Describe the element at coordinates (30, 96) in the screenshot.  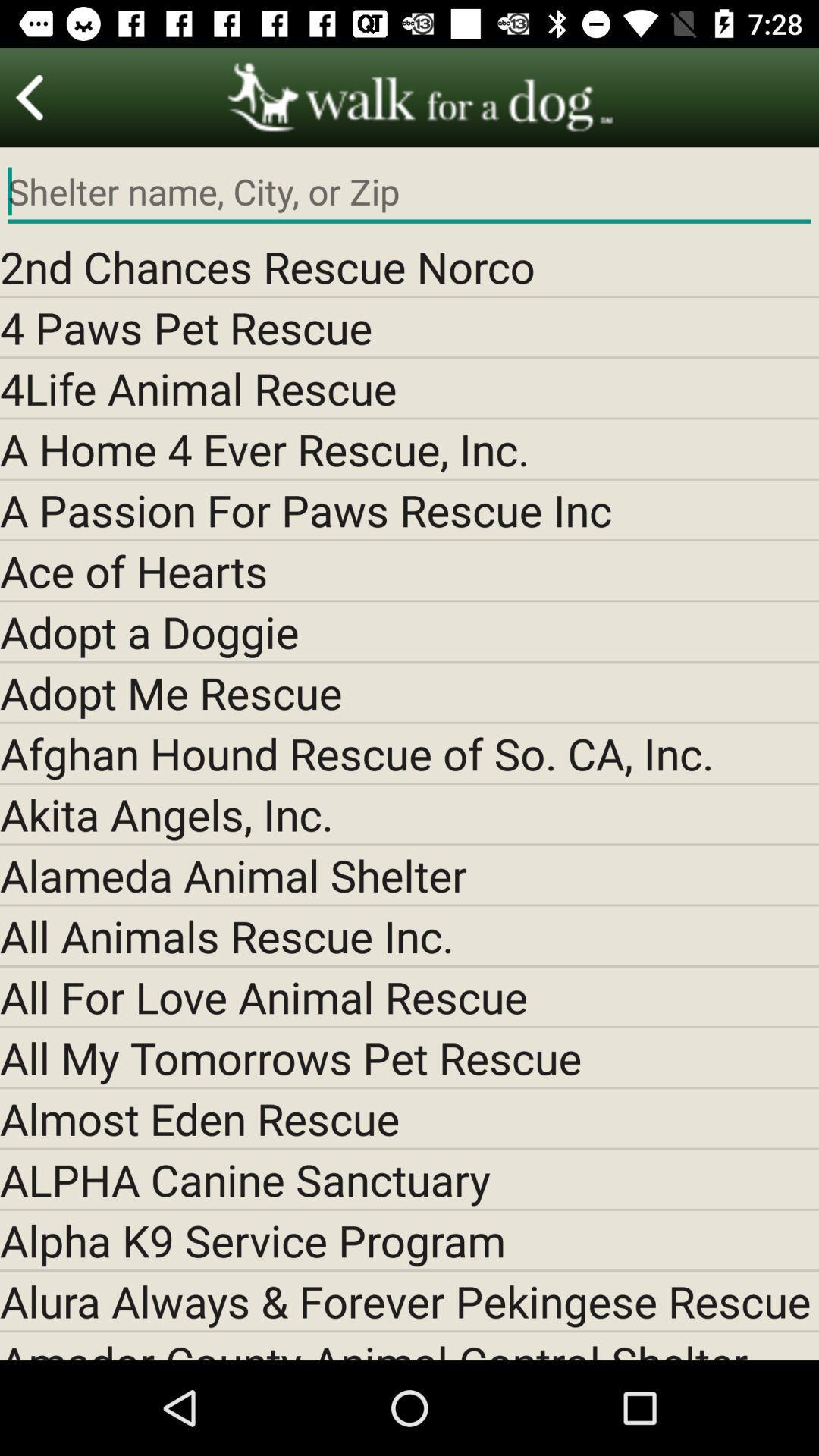
I see `the arrow_backward icon` at that location.